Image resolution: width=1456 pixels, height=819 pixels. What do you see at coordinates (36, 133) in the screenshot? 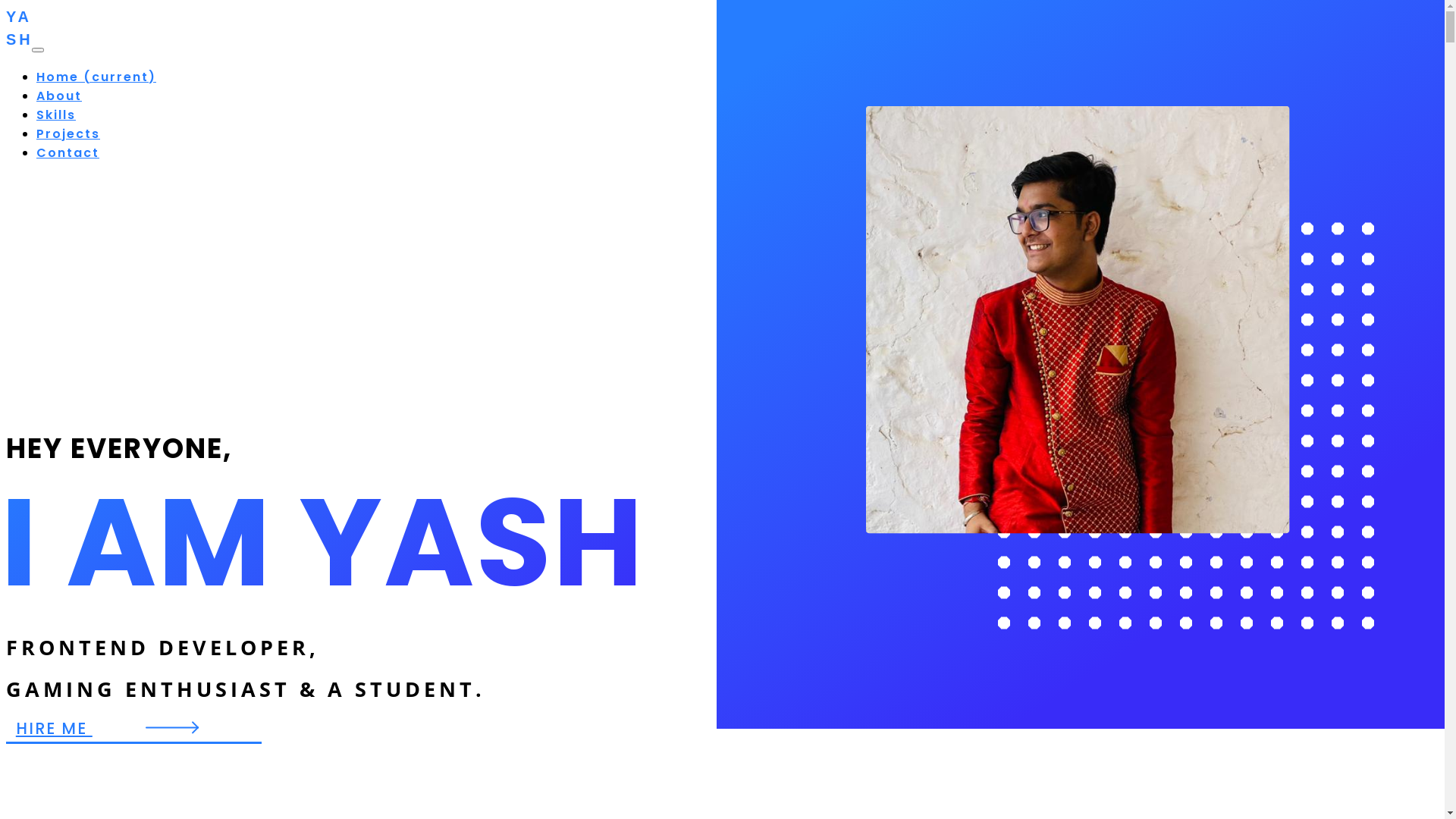
I see `'Projects'` at bounding box center [36, 133].